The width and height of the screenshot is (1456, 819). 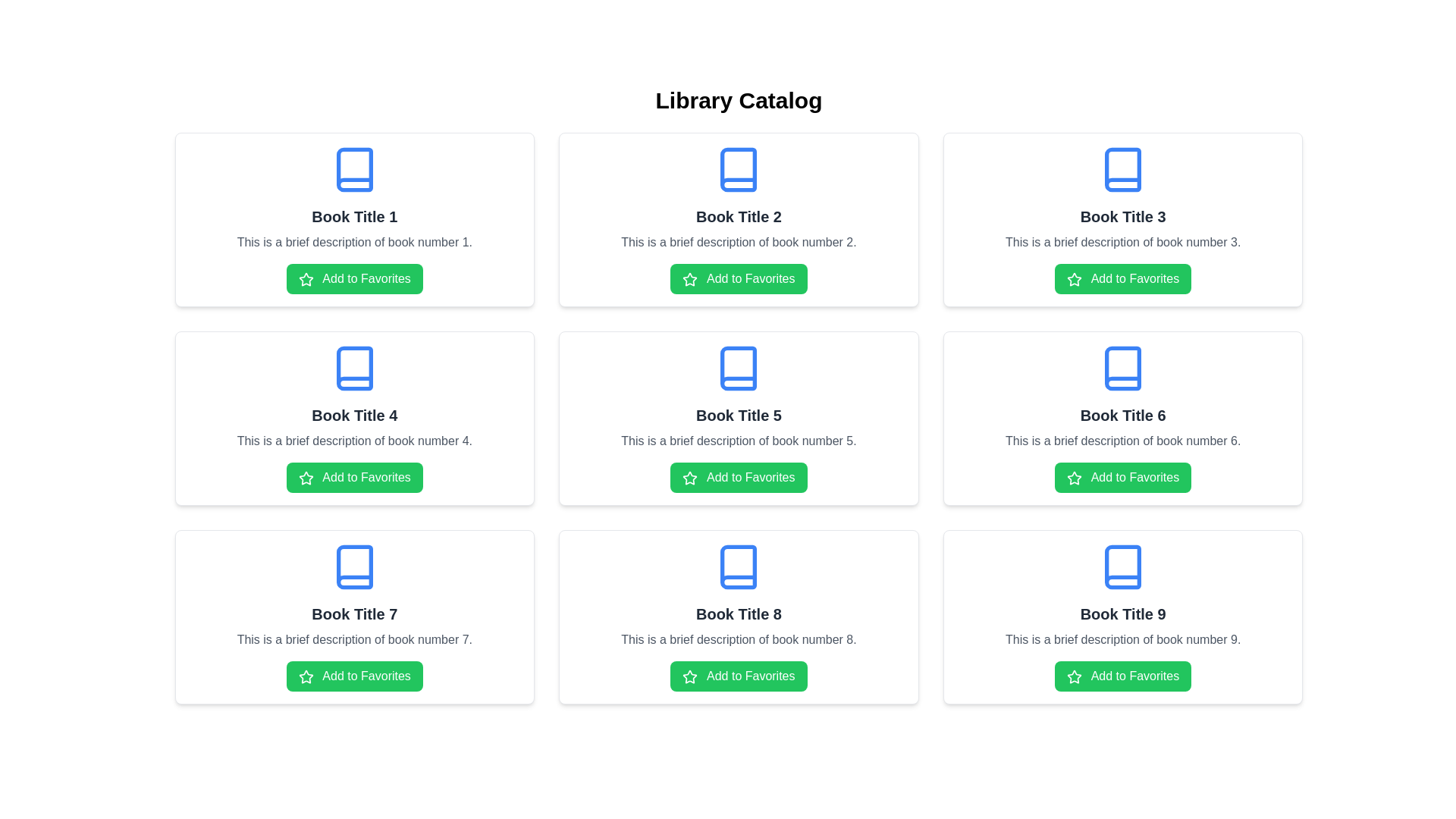 What do you see at coordinates (1123, 614) in the screenshot?
I see `the text element displaying the name or title of the book located in the bottom-right corner of the card within a 3x3 grid of book cards` at bounding box center [1123, 614].